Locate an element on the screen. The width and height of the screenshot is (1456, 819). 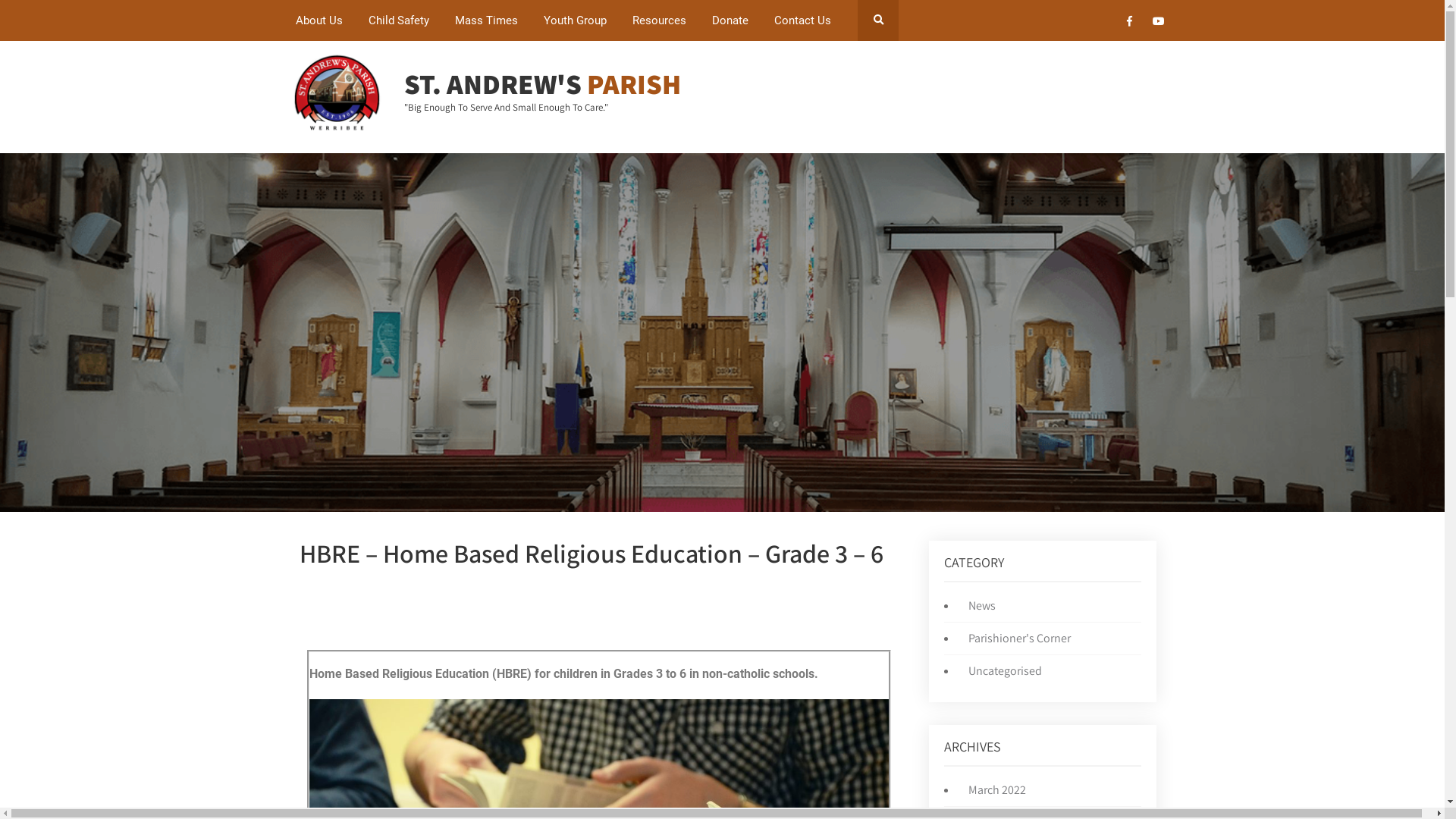
'ST. ANDREW'S PARISH' is located at coordinates (542, 83).